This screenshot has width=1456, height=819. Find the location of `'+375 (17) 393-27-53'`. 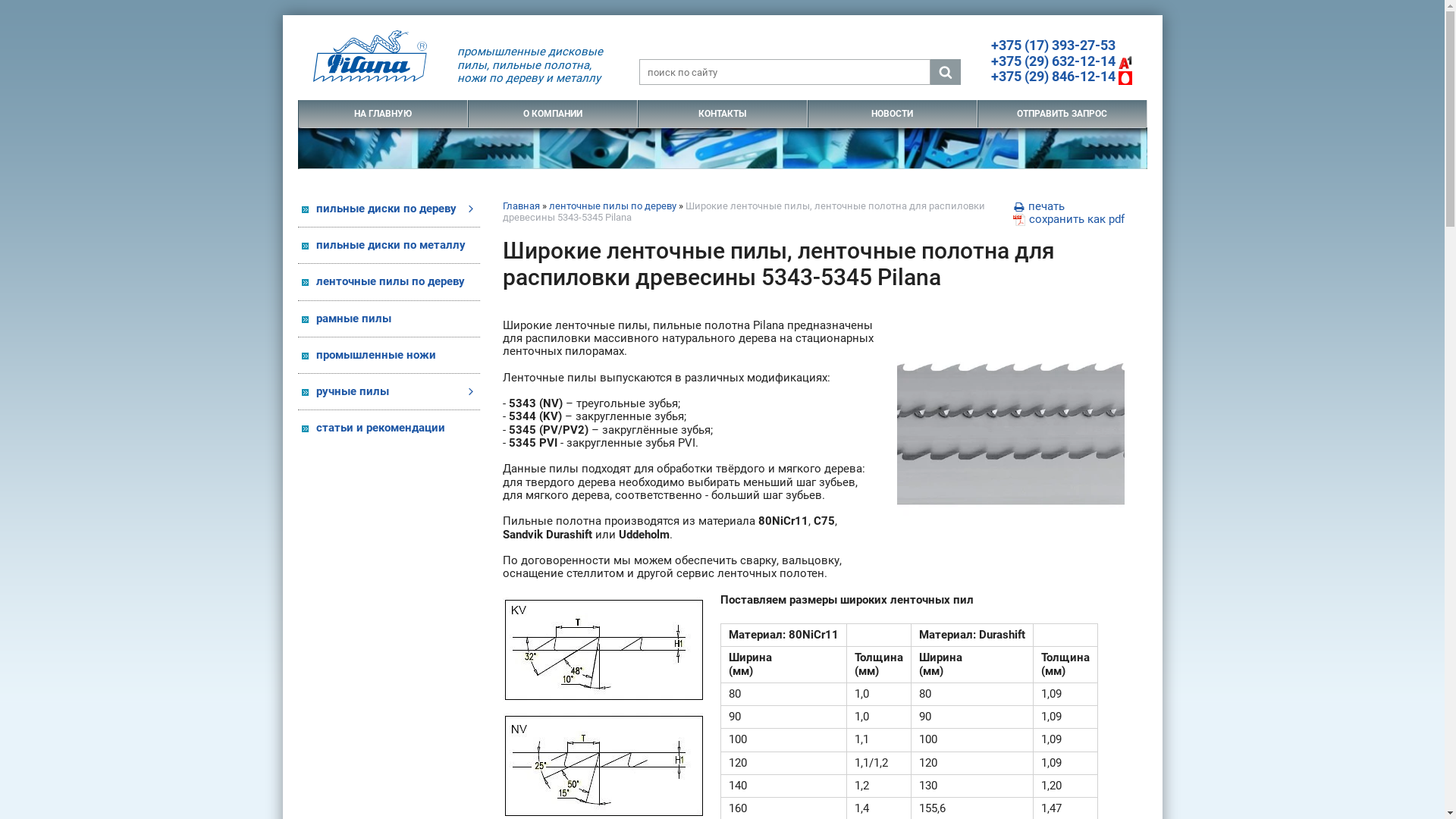

'+375 (17) 393-27-53' is located at coordinates (1051, 44).